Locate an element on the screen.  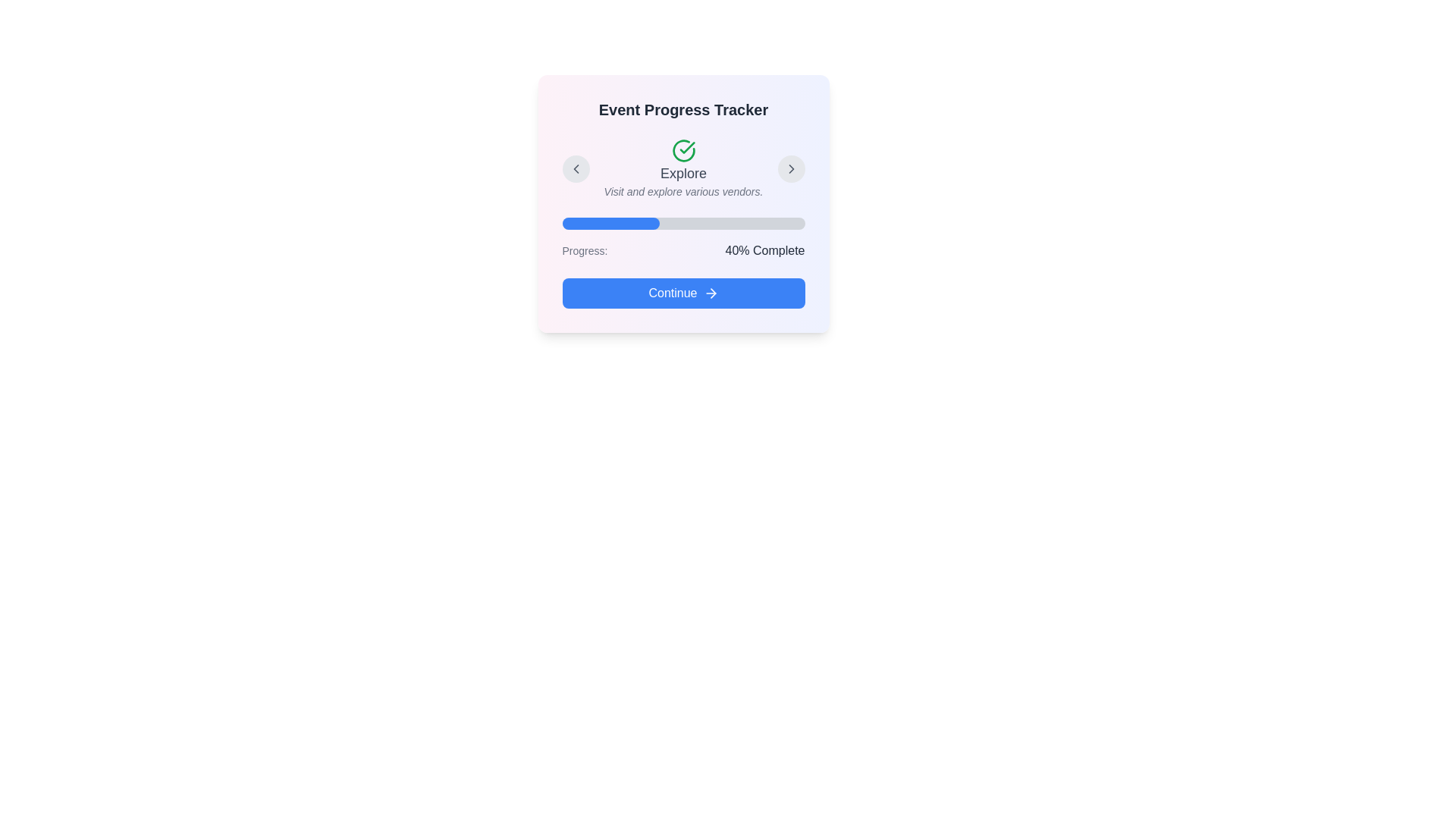
the Chevron-Right icon within the Interactive Button located in the top-right section of the 'Event Progress Tracker' card is located at coordinates (790, 169).